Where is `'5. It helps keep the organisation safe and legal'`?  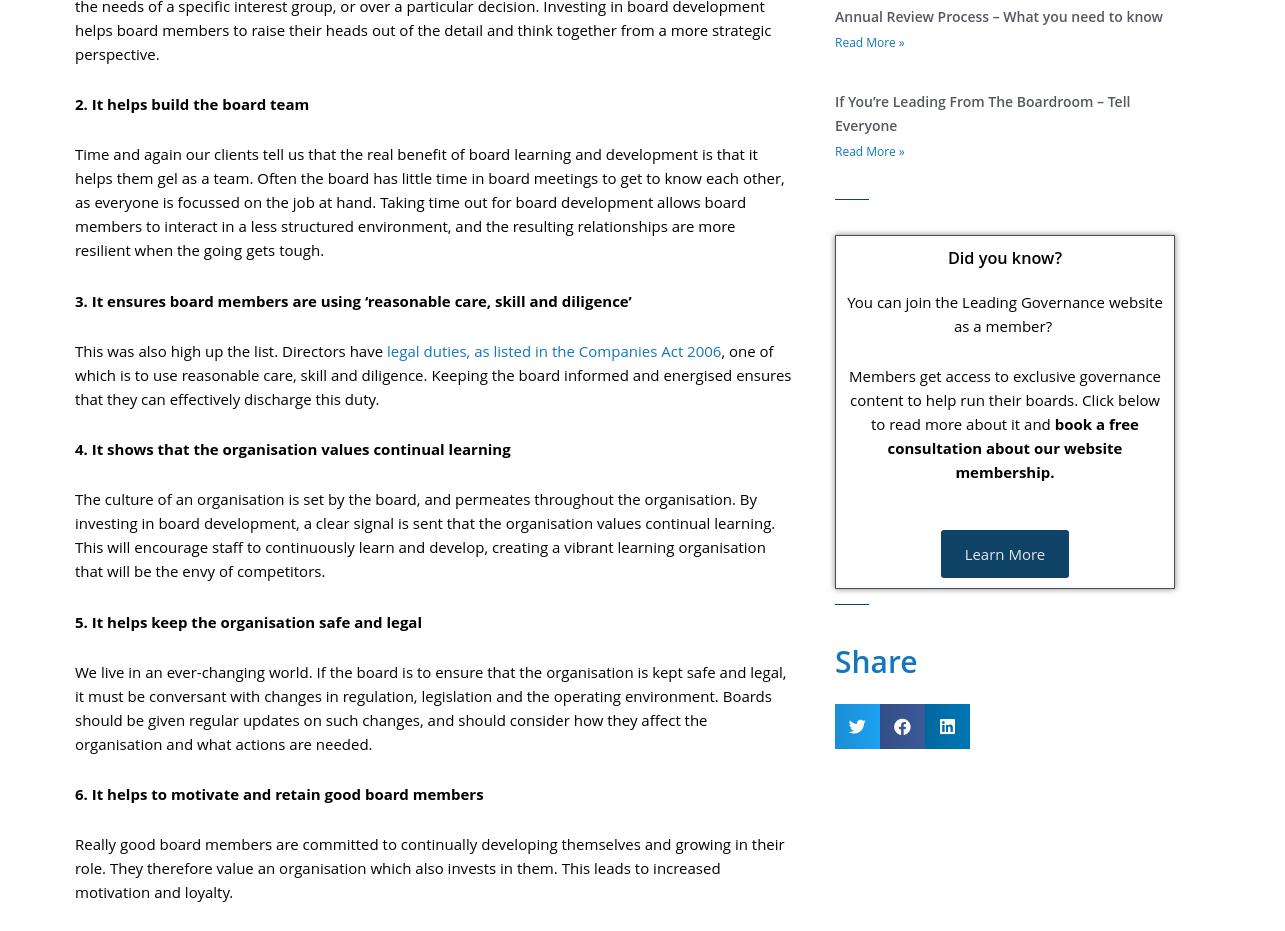 '5. It helps keep the organisation safe and legal' is located at coordinates (247, 620).